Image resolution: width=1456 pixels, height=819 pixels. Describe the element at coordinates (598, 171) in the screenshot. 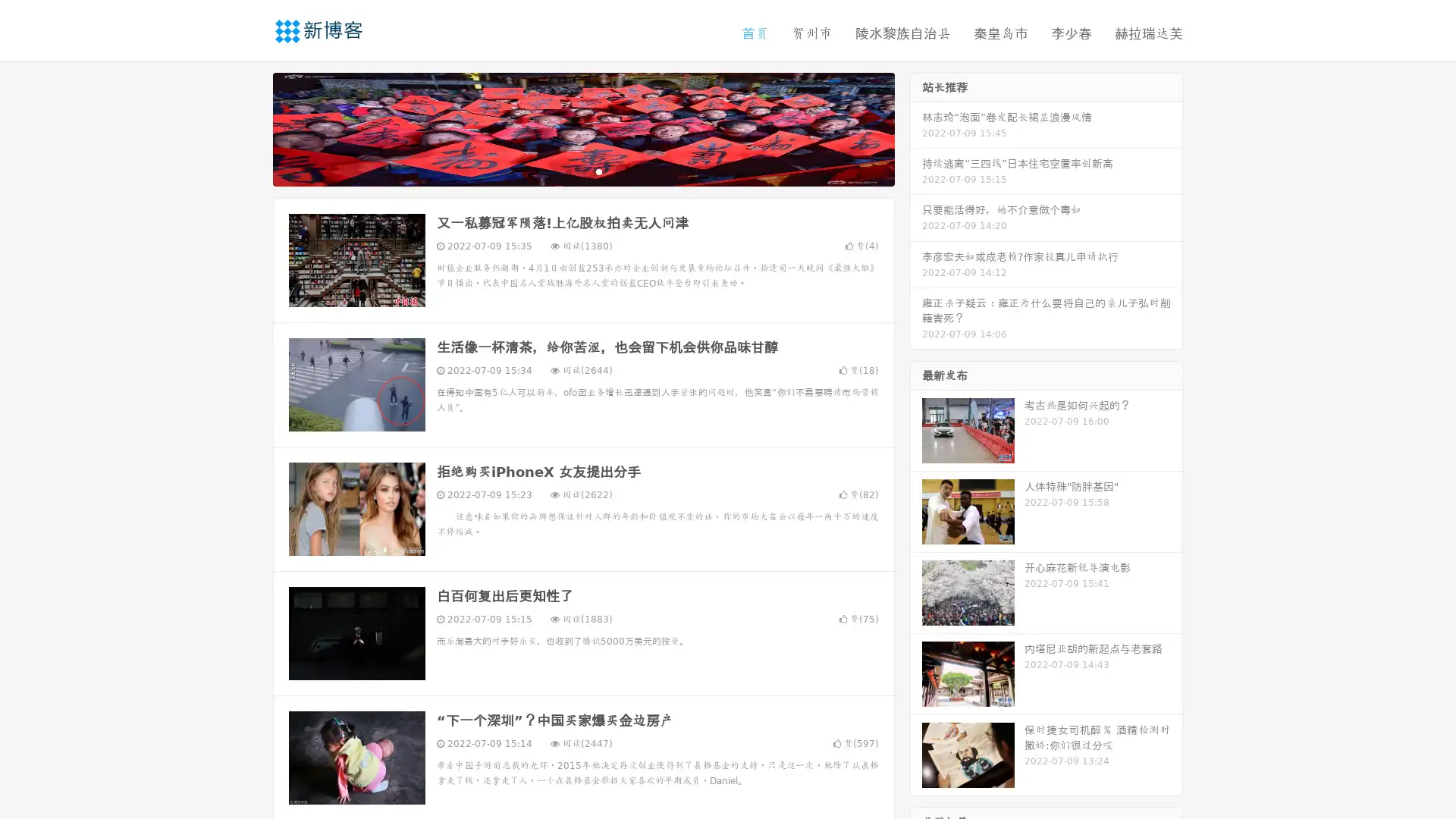

I see `Go to slide 3` at that location.